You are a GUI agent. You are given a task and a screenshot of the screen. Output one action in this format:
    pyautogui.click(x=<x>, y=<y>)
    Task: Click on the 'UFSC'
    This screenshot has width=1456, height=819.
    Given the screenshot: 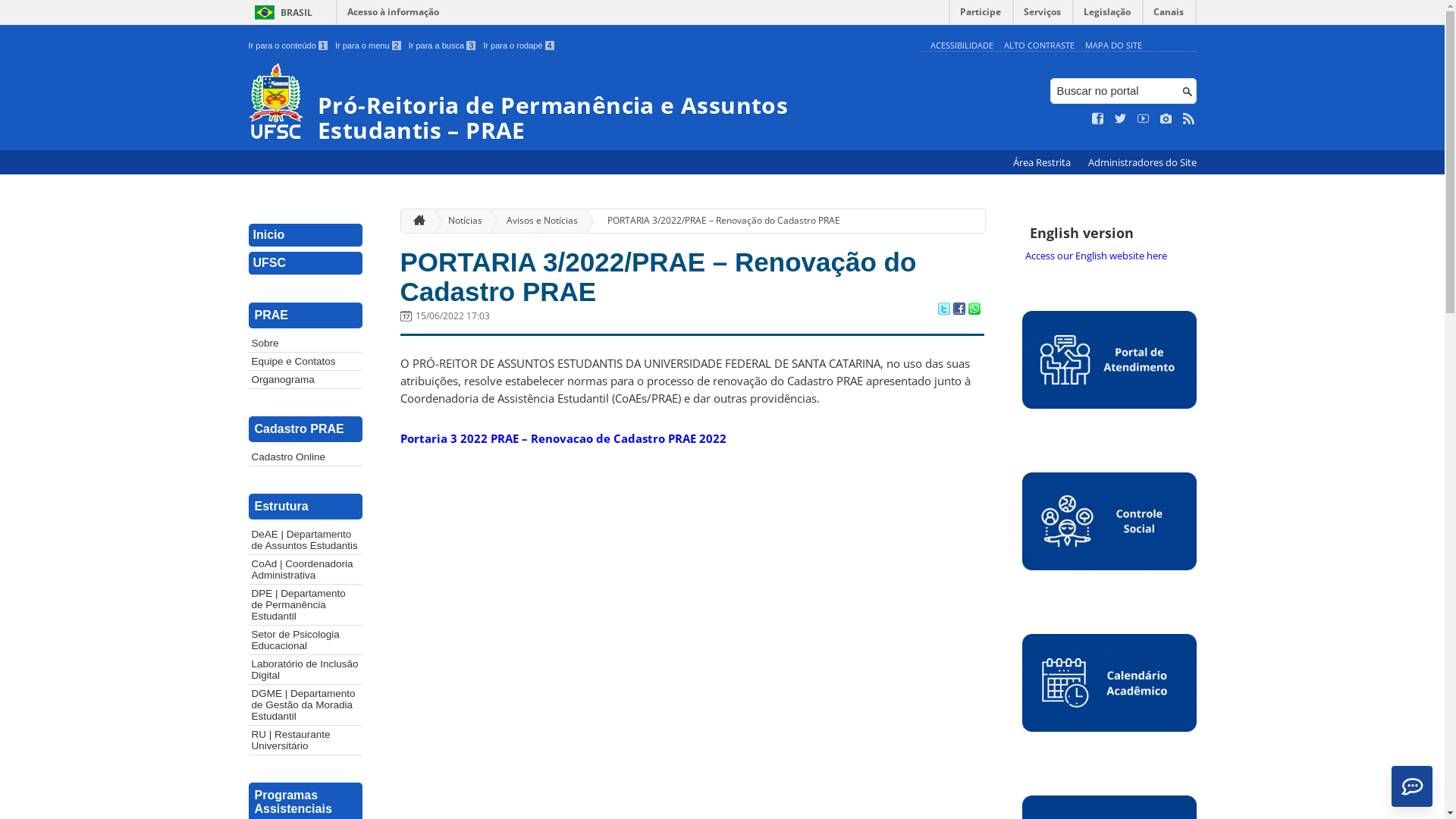 What is the action you would take?
    pyautogui.click(x=305, y=262)
    